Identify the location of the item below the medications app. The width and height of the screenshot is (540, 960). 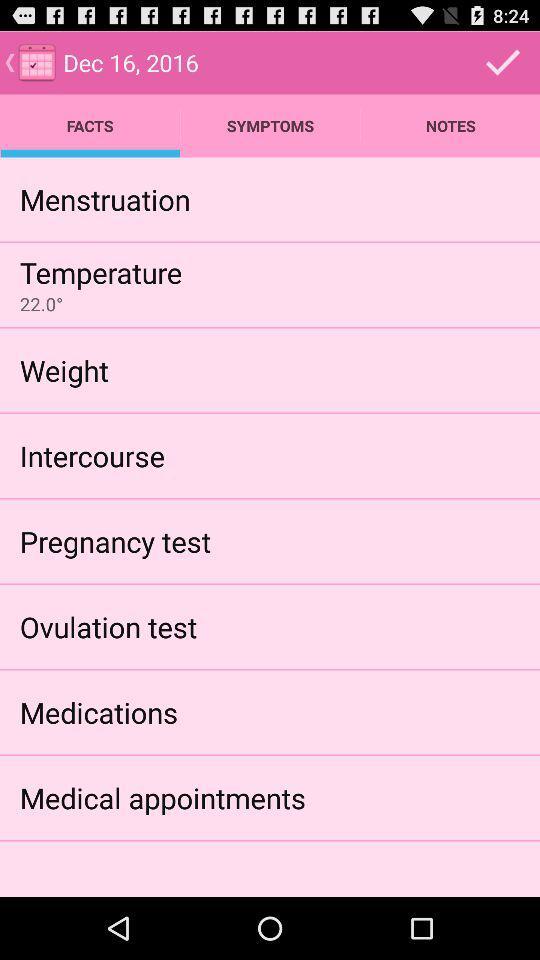
(161, 797).